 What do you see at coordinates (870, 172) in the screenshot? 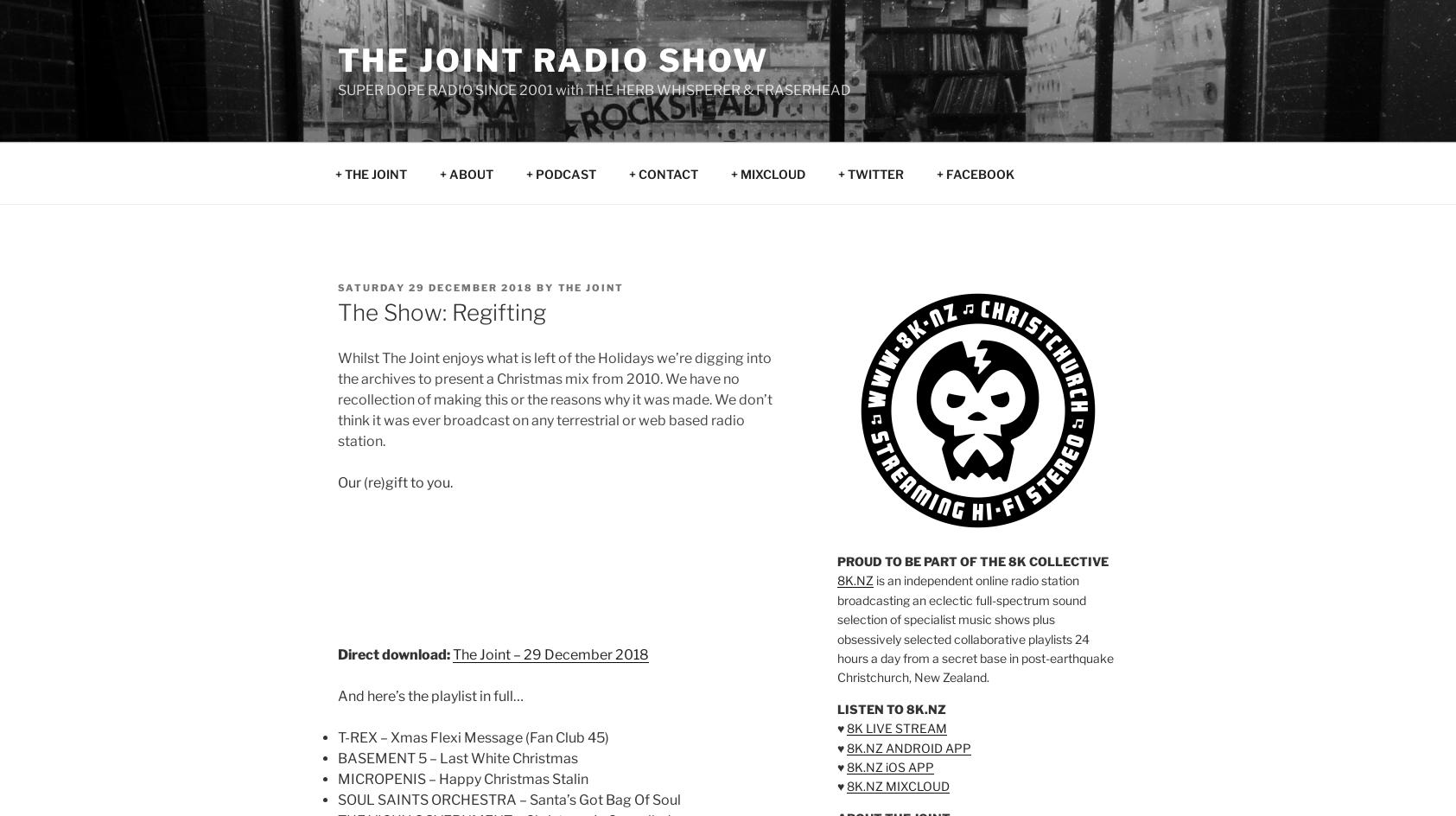
I see `'+ TWITTER'` at bounding box center [870, 172].